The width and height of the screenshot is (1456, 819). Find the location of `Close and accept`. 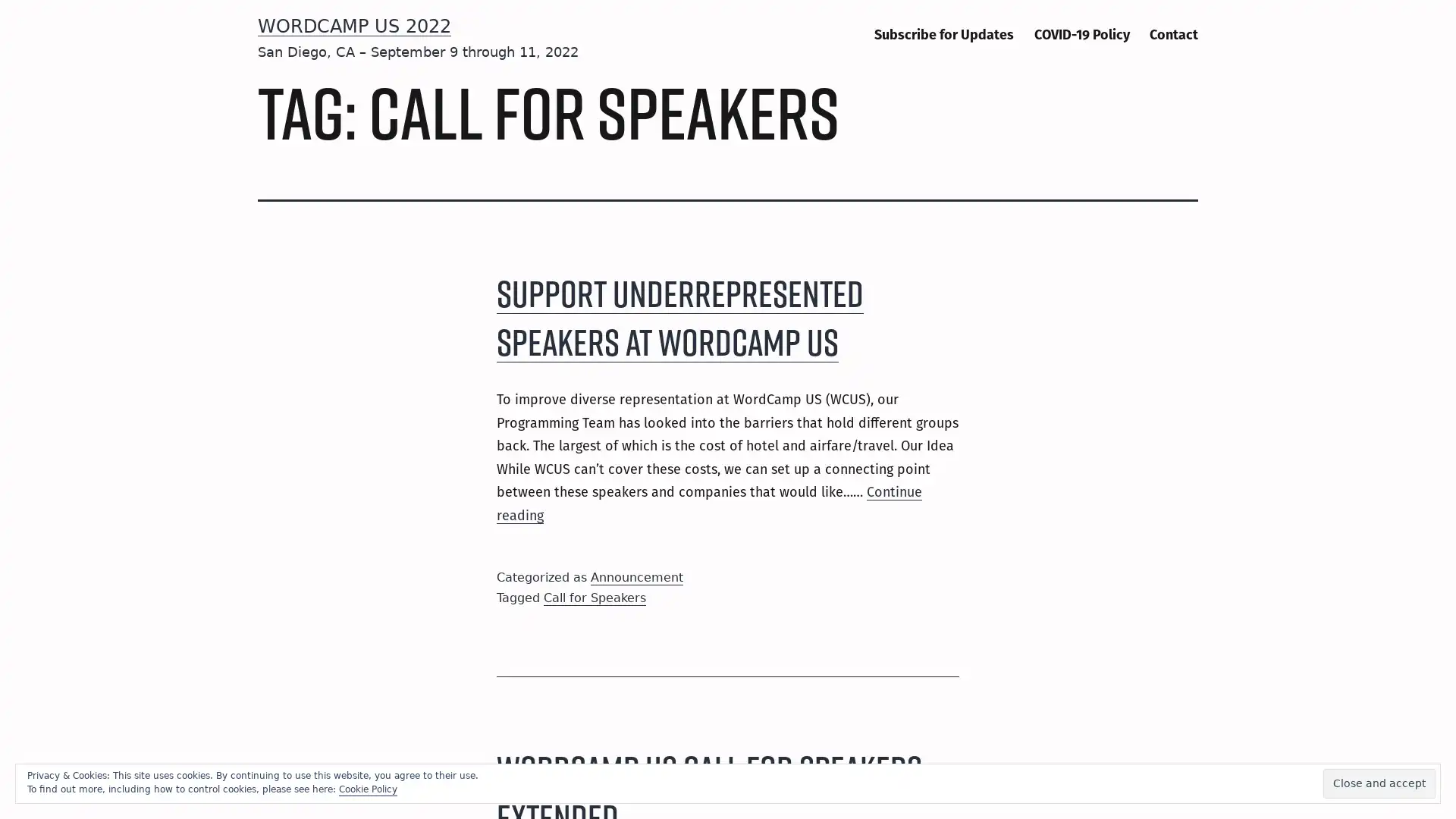

Close and accept is located at coordinates (1379, 783).